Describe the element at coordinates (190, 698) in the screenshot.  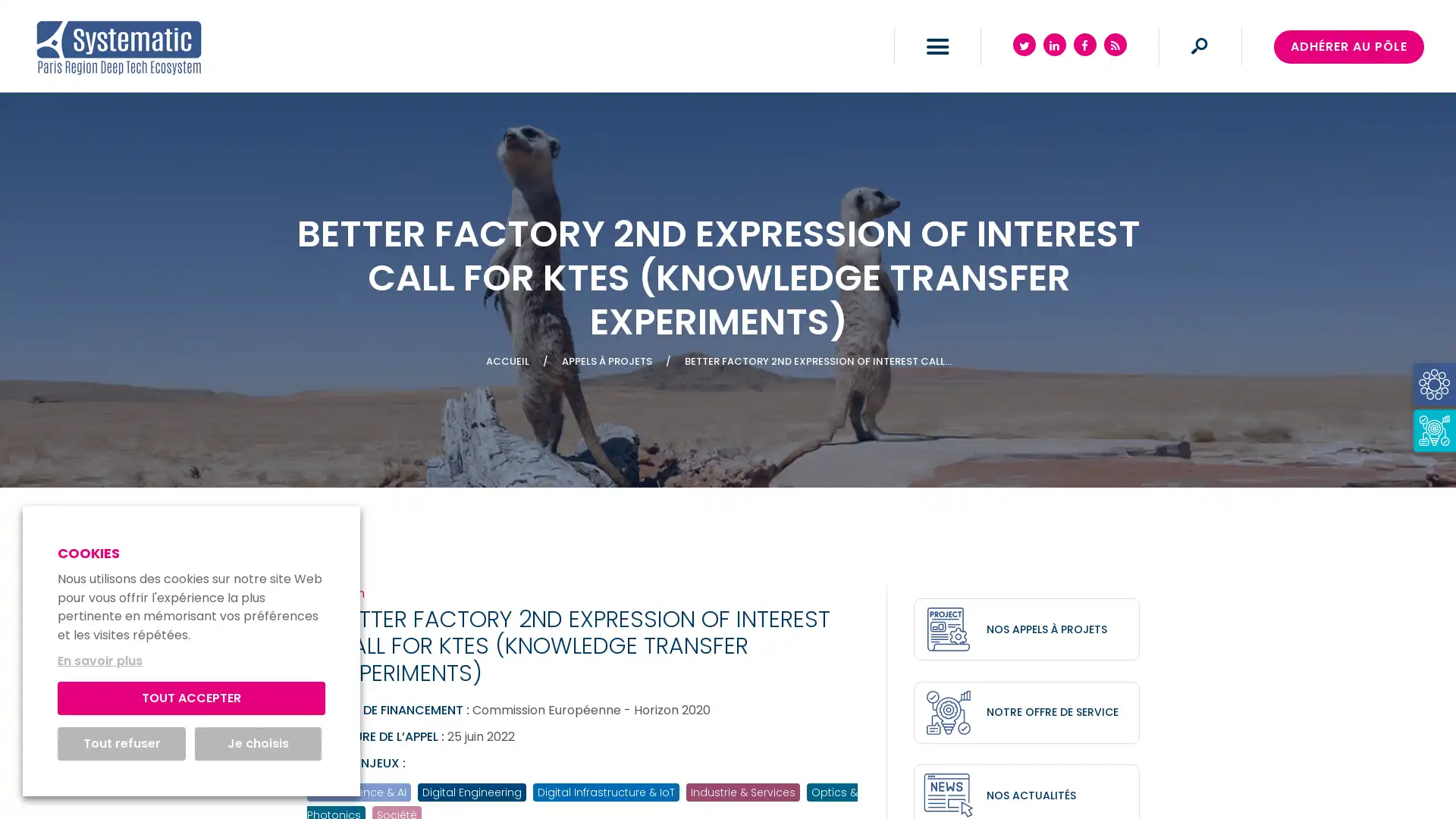
I see `TOUT ACCEPTER` at that location.